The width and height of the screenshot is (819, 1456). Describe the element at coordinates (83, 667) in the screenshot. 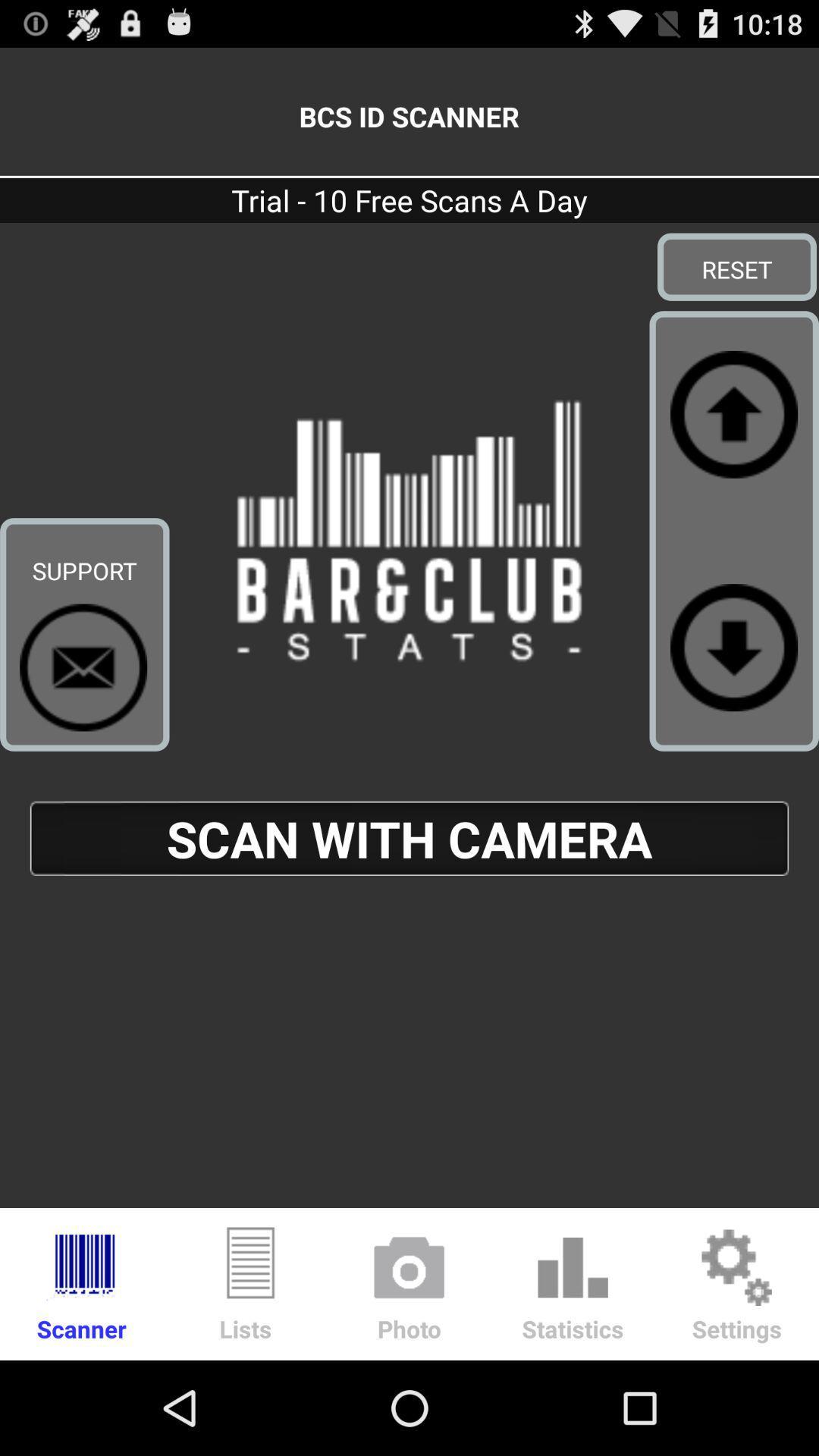

I see `contact support` at that location.